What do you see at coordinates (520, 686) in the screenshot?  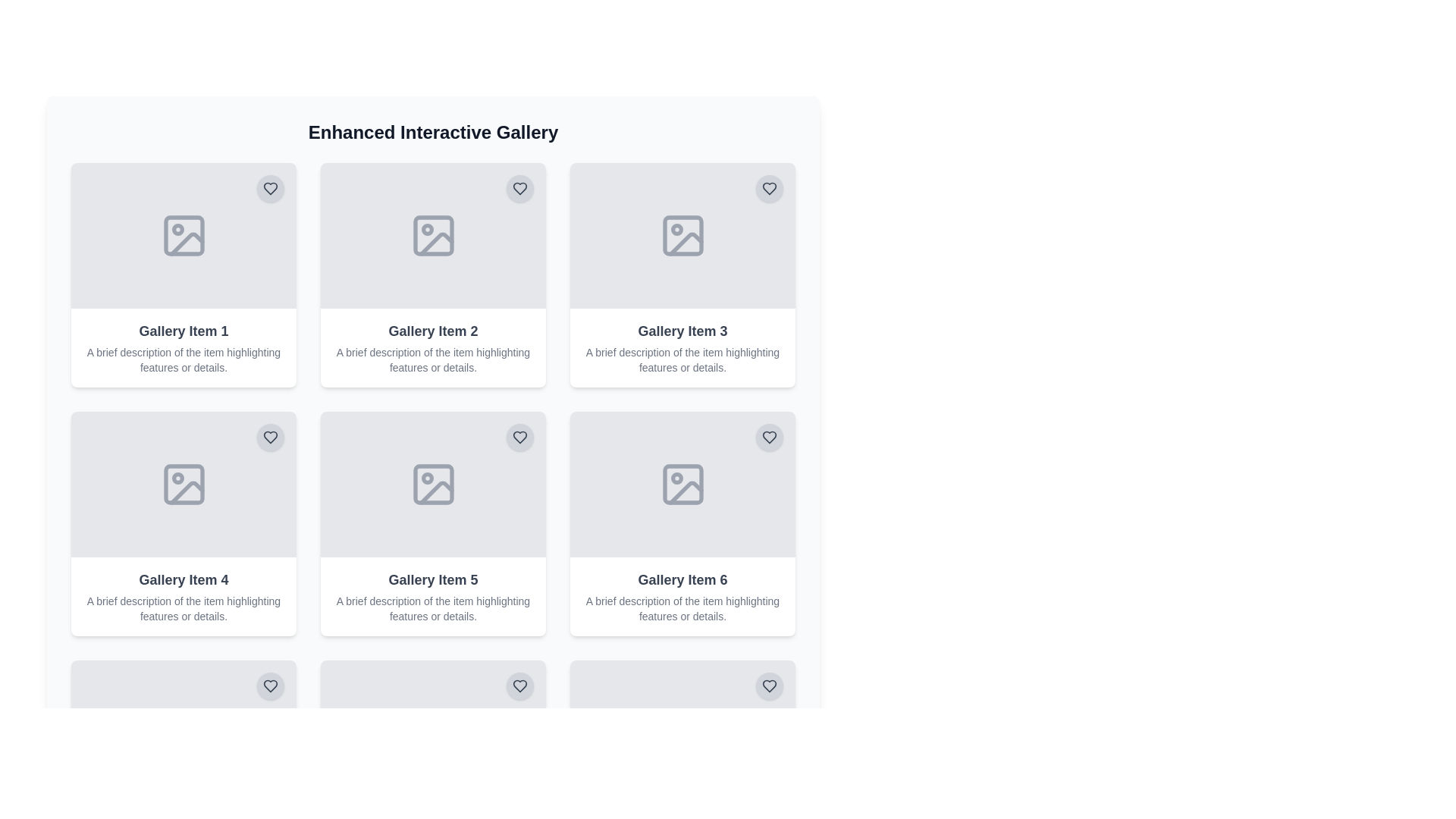 I see `the heart icon with a hollow center located in the top-right corner of 'Gallery Item 6'` at bounding box center [520, 686].